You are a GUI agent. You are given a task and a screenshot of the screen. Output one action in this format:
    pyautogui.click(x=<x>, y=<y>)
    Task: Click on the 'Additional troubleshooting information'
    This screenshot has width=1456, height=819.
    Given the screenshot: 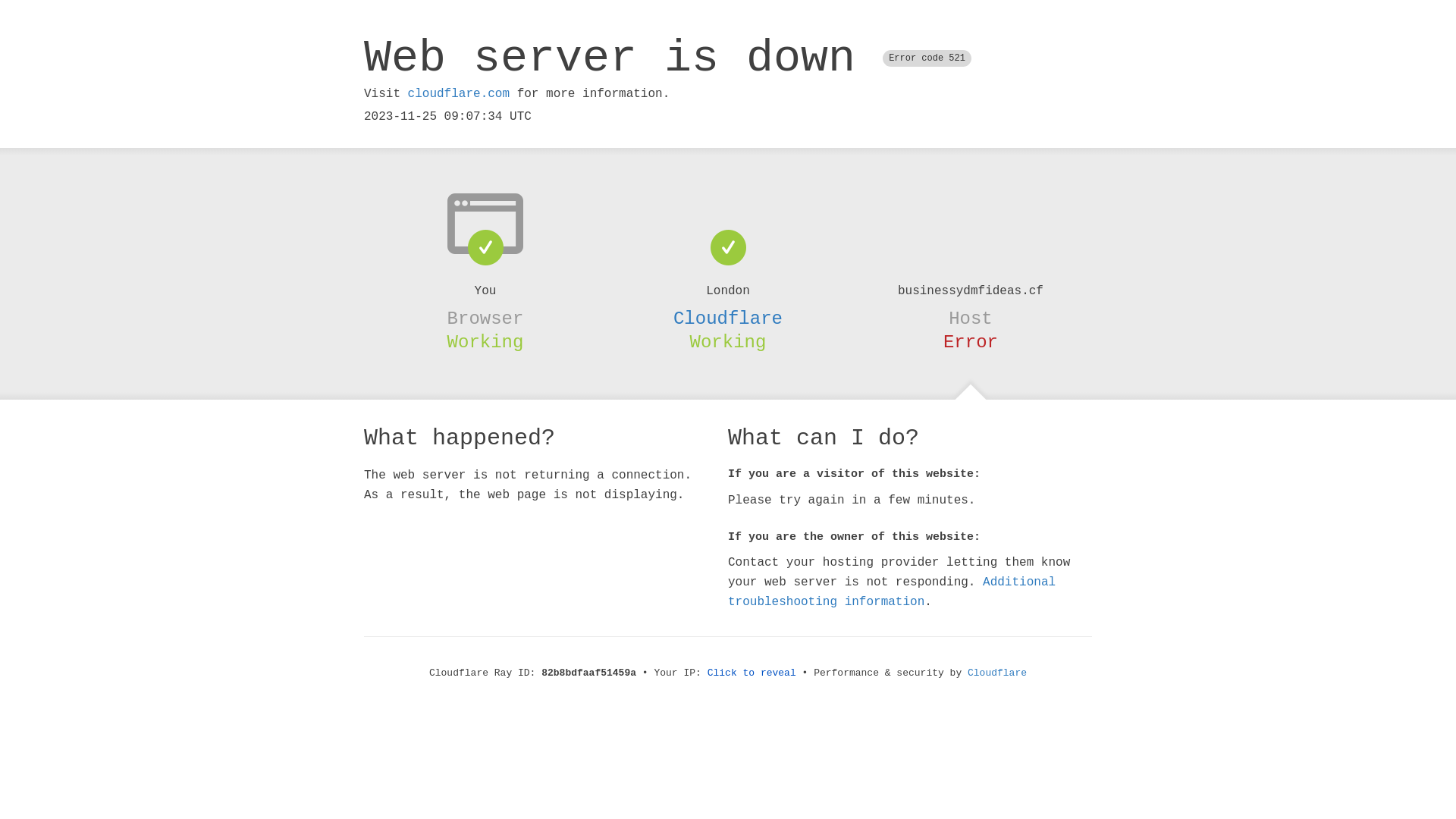 What is the action you would take?
    pyautogui.click(x=892, y=591)
    